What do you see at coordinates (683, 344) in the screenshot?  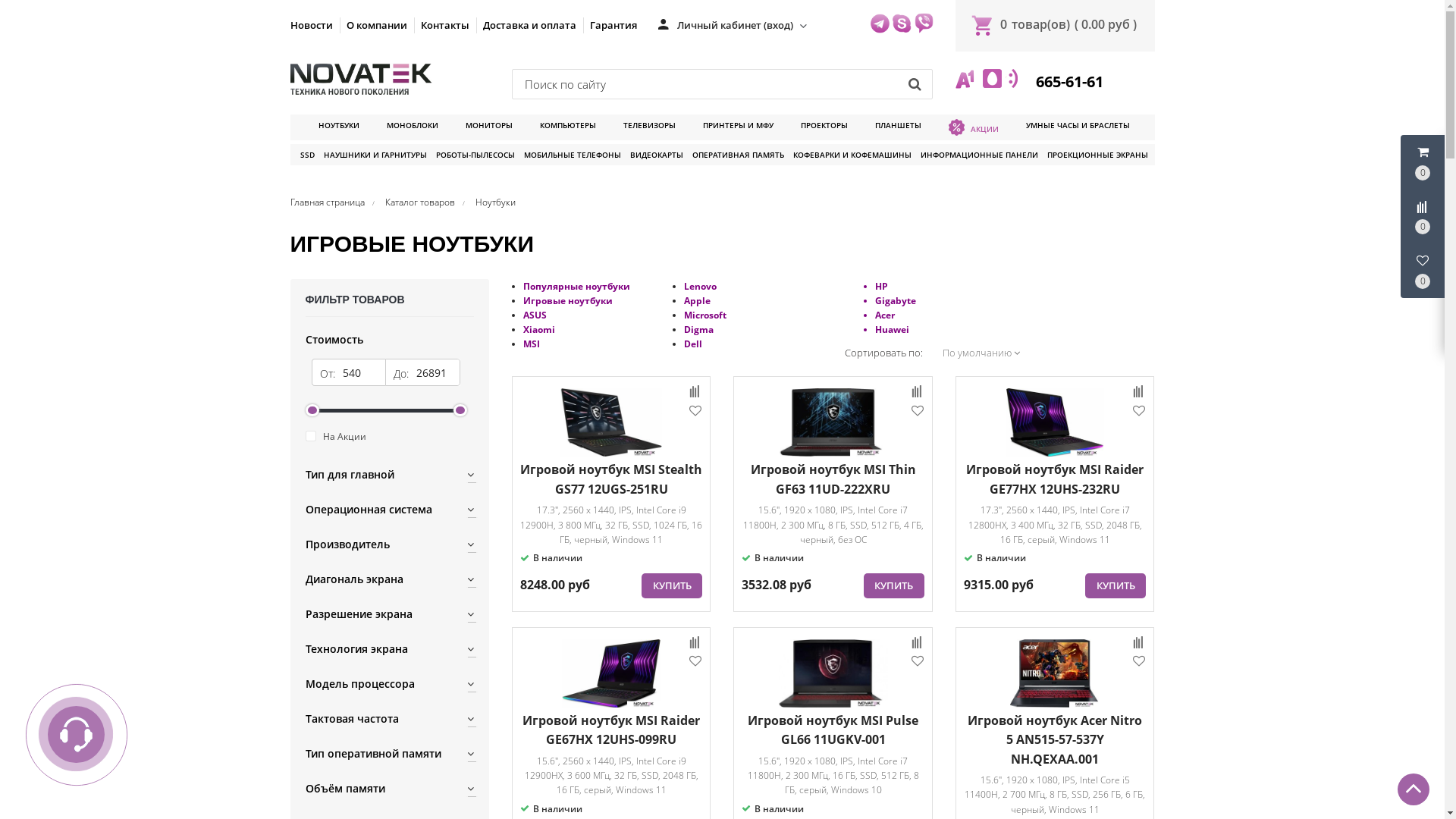 I see `'Dell'` at bounding box center [683, 344].